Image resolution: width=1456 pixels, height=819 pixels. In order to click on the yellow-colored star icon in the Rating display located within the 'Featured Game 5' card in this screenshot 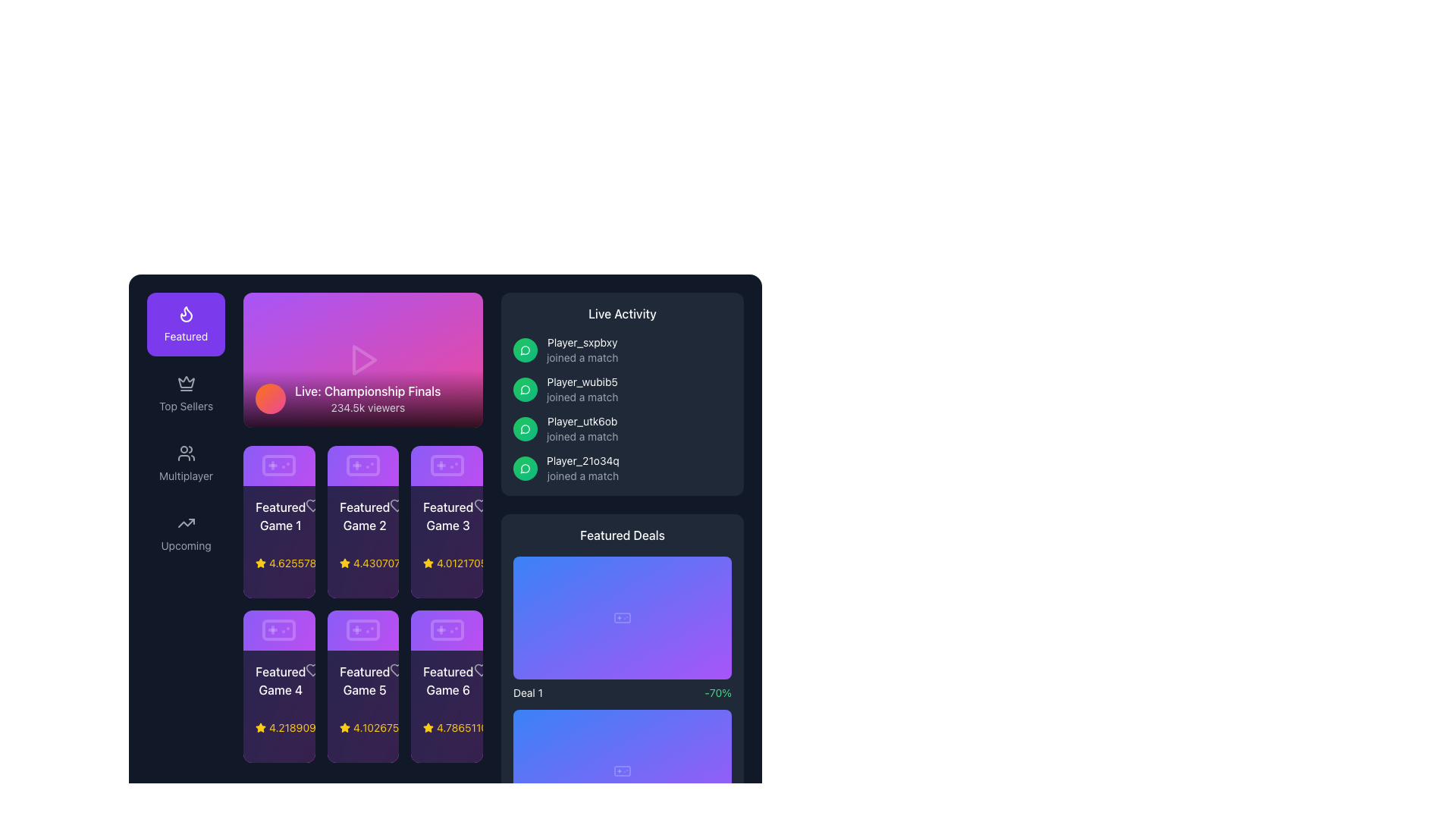, I will do `click(362, 727)`.